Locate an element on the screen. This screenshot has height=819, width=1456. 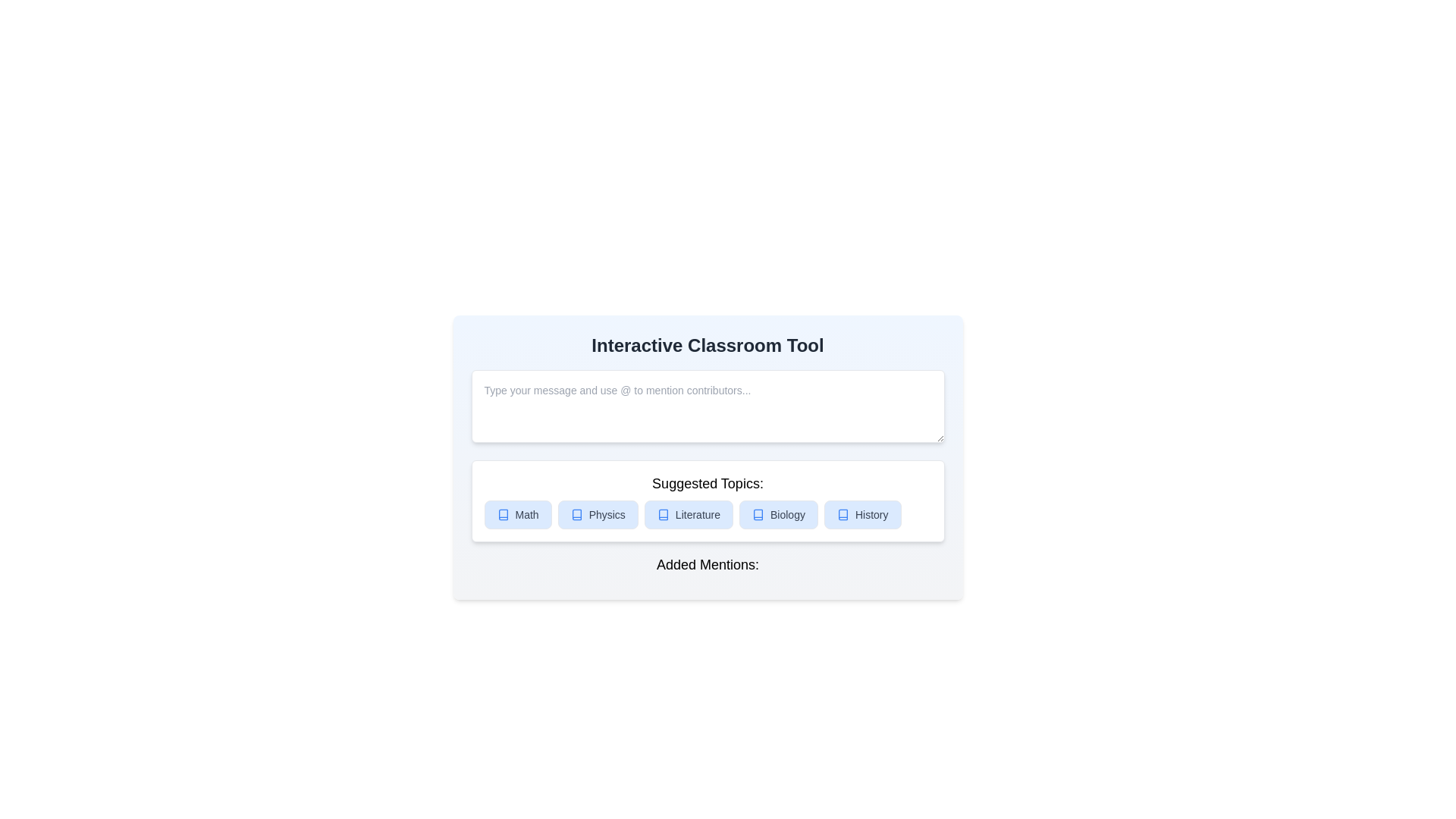
the 'Literature' icon located to the left of the 'Literature' button in the 'Suggested Topics' section is located at coordinates (663, 513).